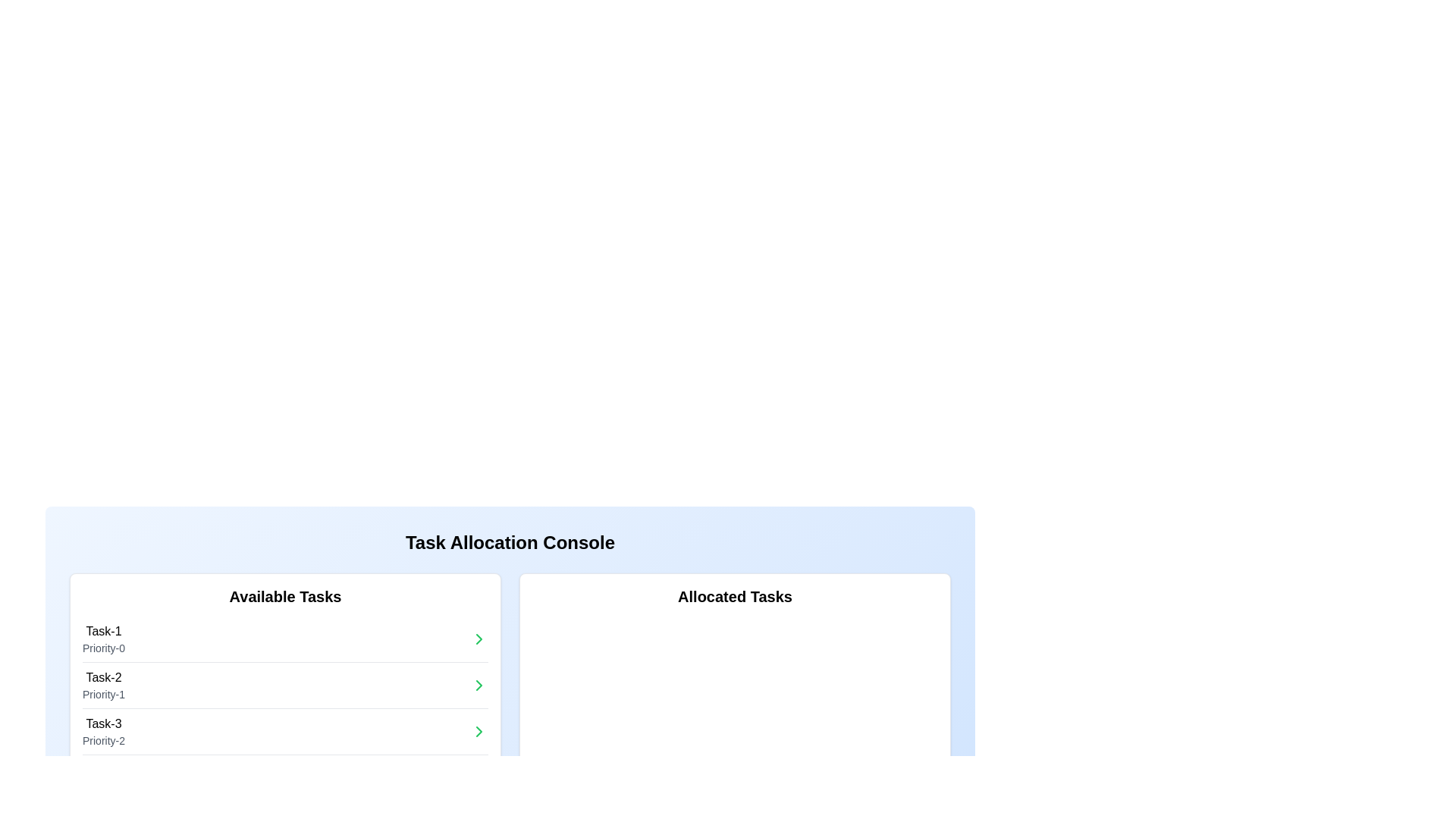 The image size is (1456, 819). What do you see at coordinates (479, 685) in the screenshot?
I see `the right-pointing chevron icon in the 'Available Tasks' section` at bounding box center [479, 685].